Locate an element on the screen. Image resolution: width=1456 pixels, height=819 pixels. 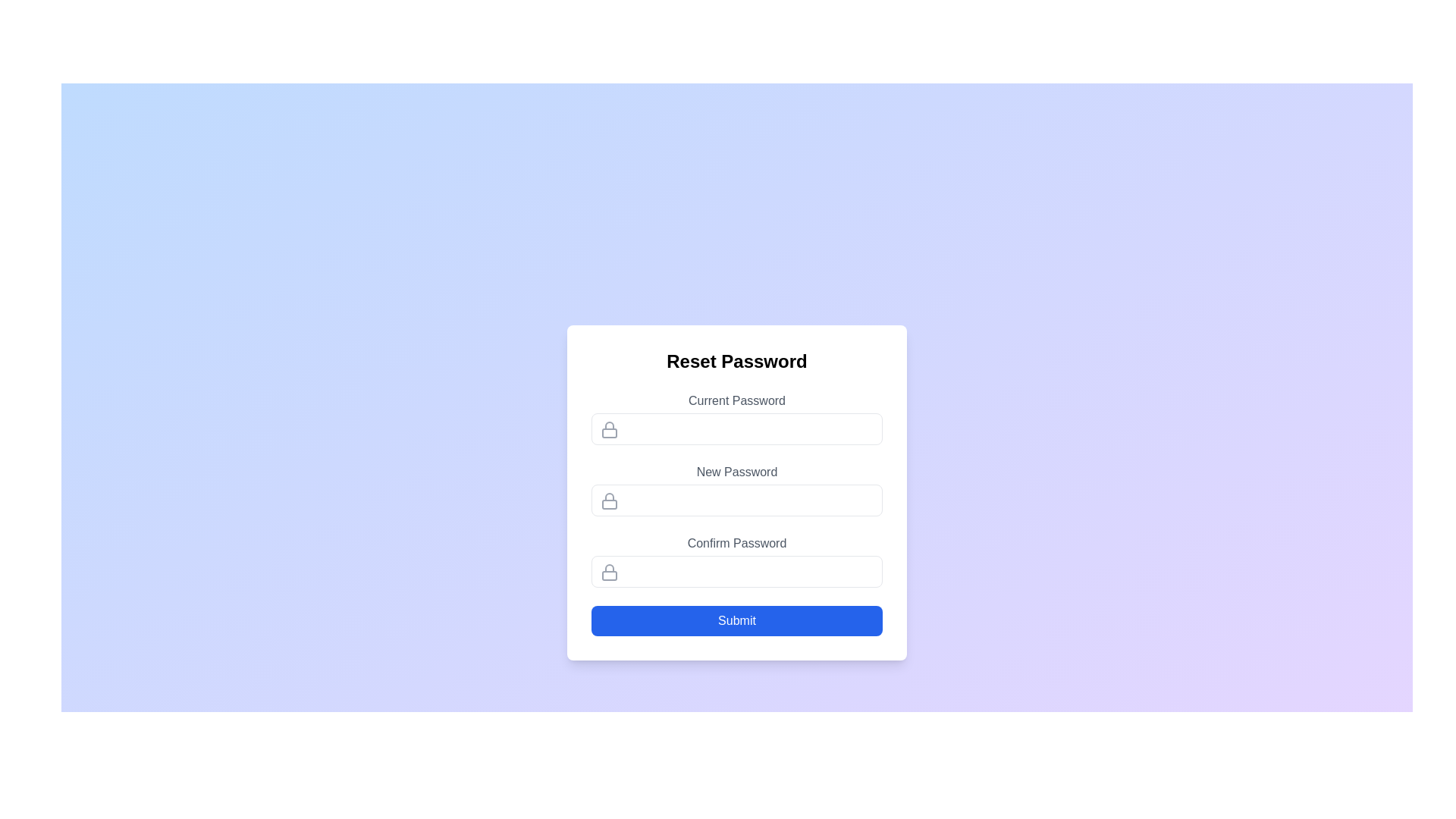
the upper arc part of the lock icon located within the password input field labeled 'Current Password' is located at coordinates (610, 425).